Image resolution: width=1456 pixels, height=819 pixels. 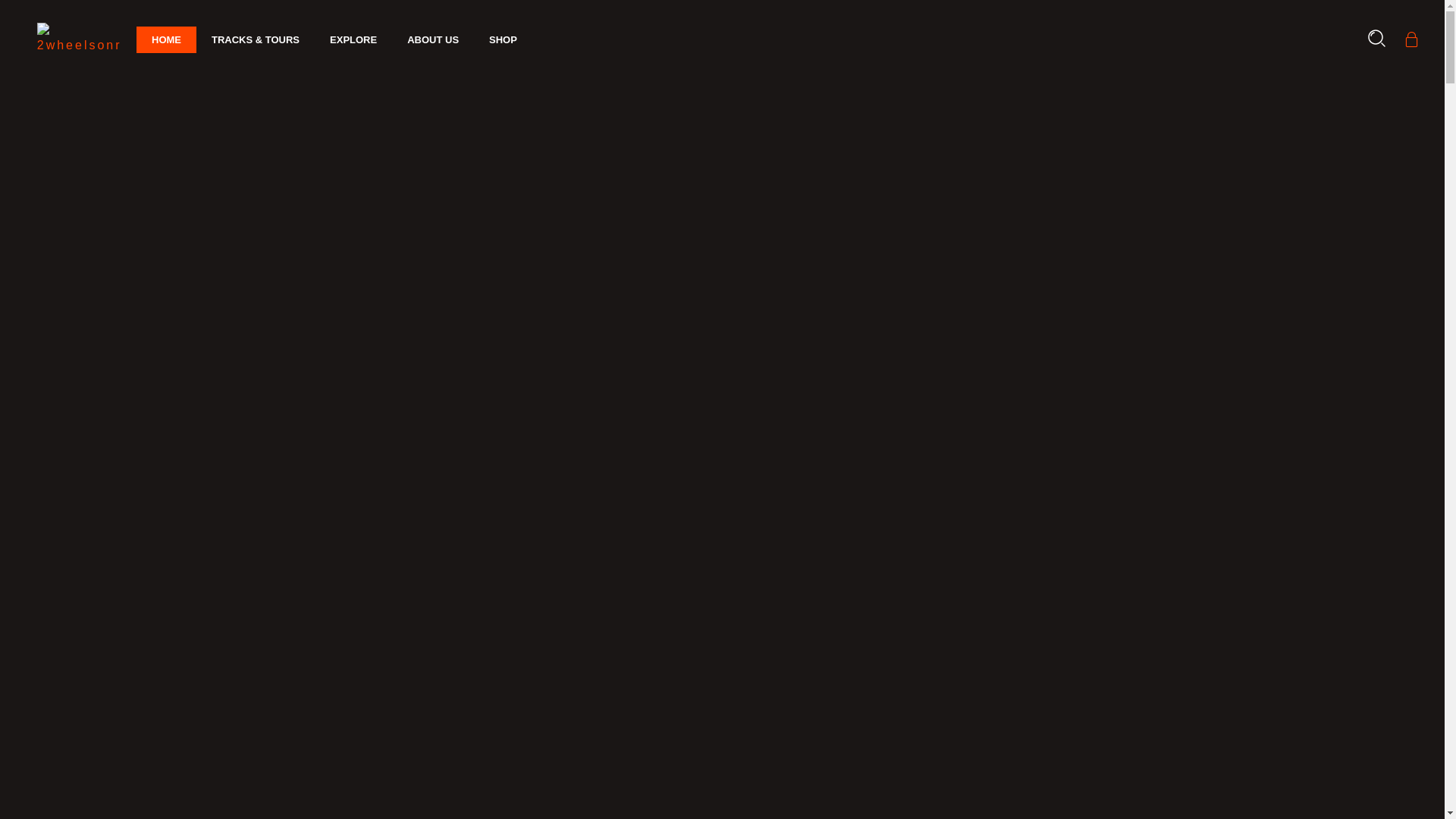 I want to click on 'HOME', so click(x=166, y=39).